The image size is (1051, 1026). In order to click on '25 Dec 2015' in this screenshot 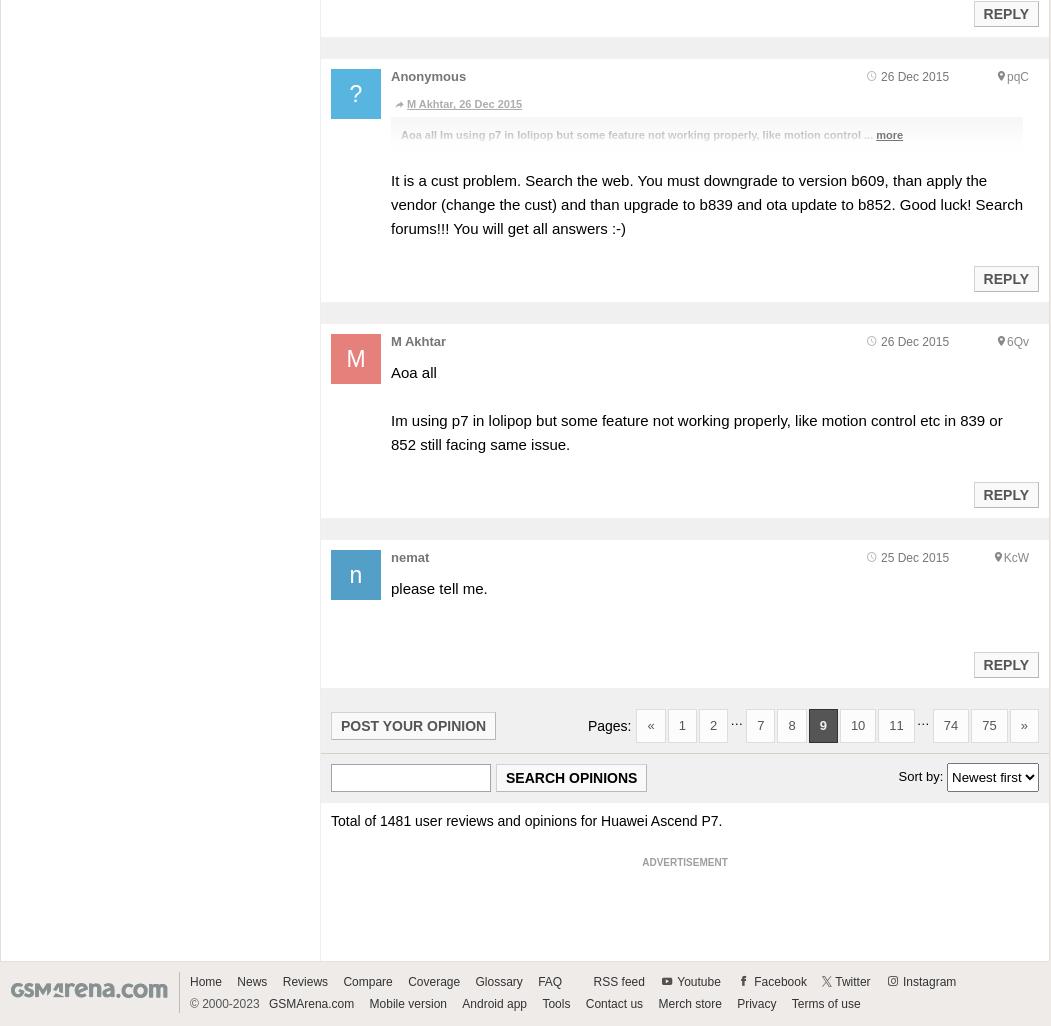, I will do `click(915, 558)`.